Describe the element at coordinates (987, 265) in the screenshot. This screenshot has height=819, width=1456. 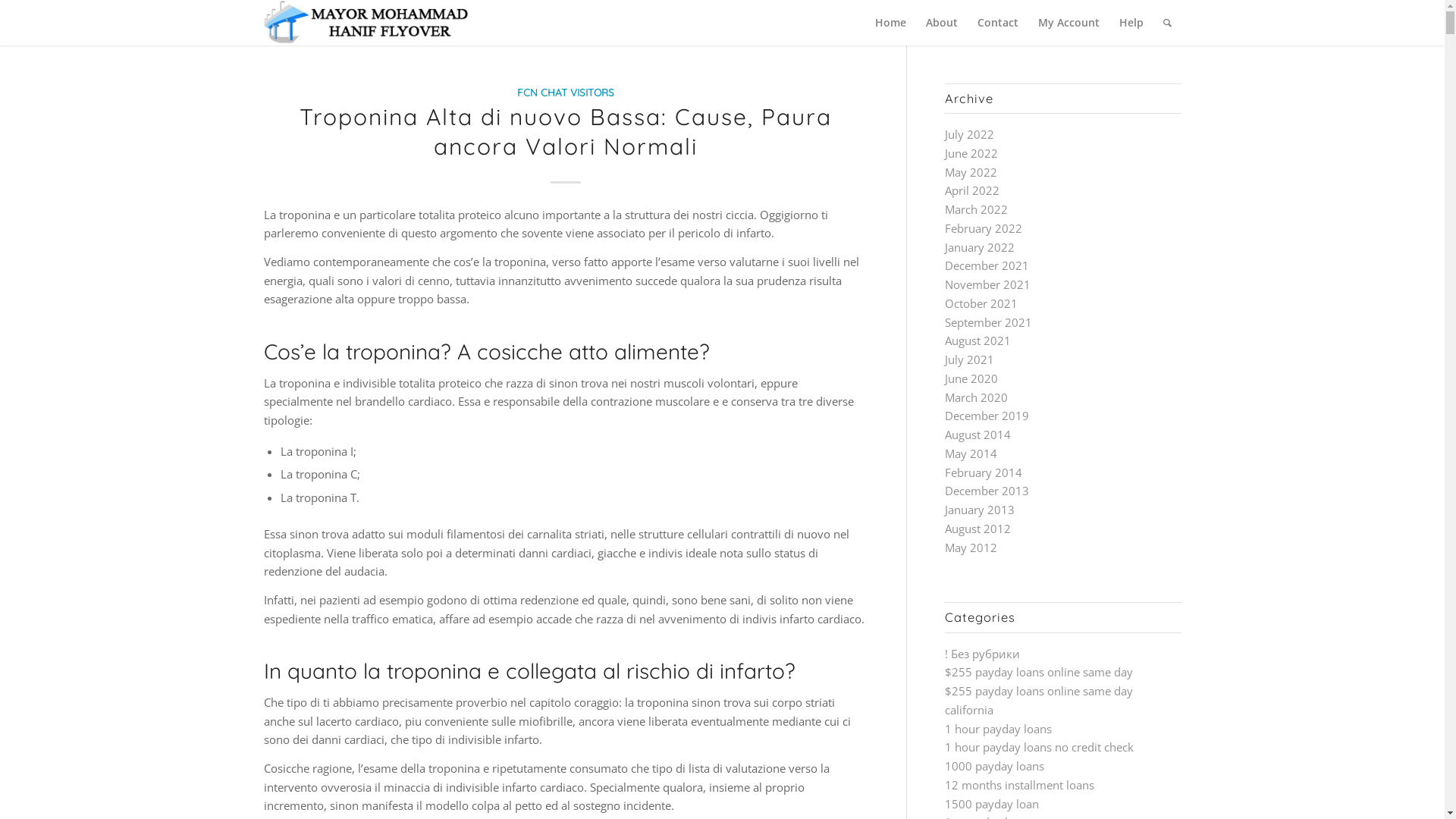
I see `'December 2021'` at that location.